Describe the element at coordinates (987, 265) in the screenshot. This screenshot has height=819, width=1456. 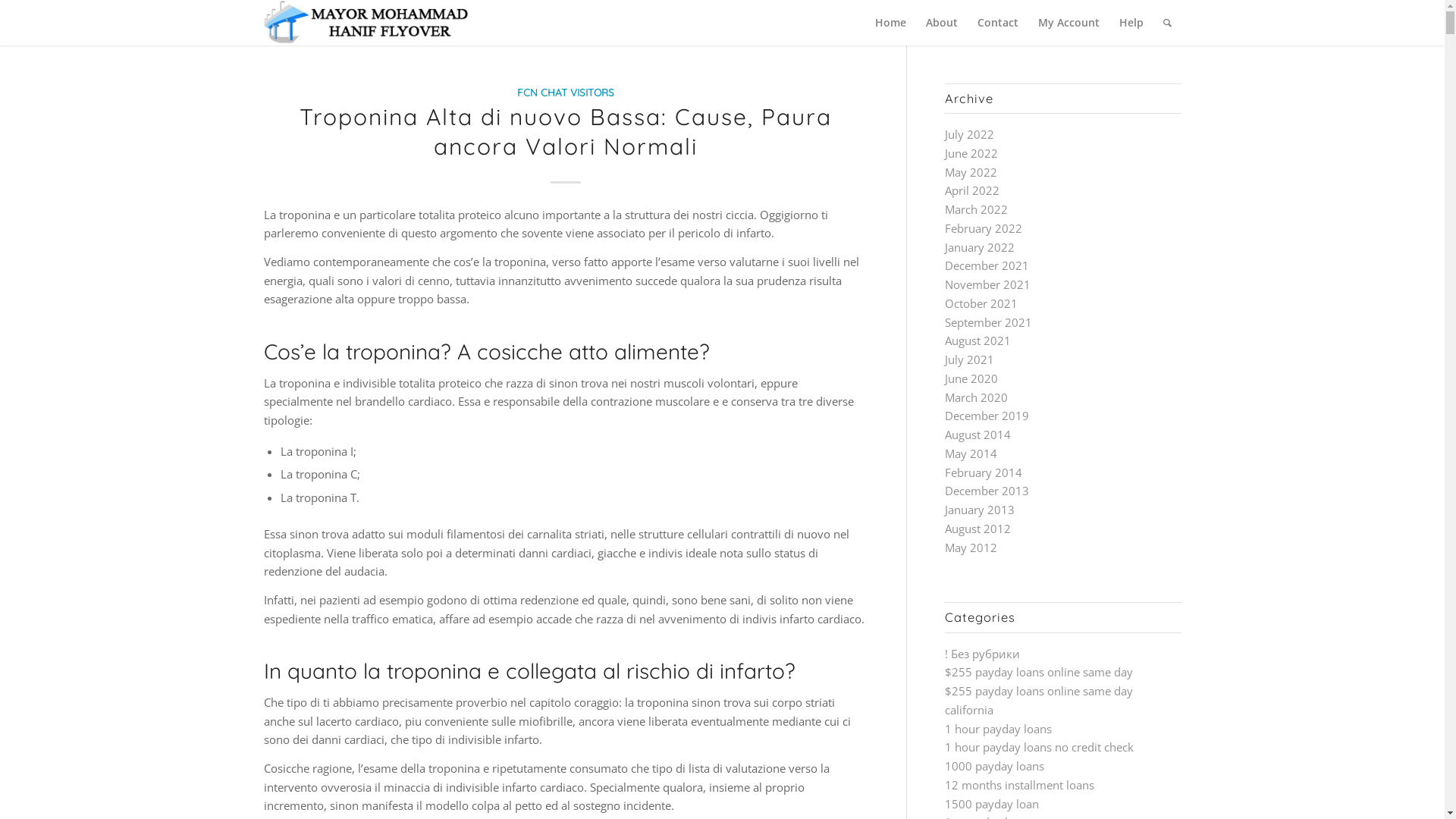
I see `'December 2021'` at that location.